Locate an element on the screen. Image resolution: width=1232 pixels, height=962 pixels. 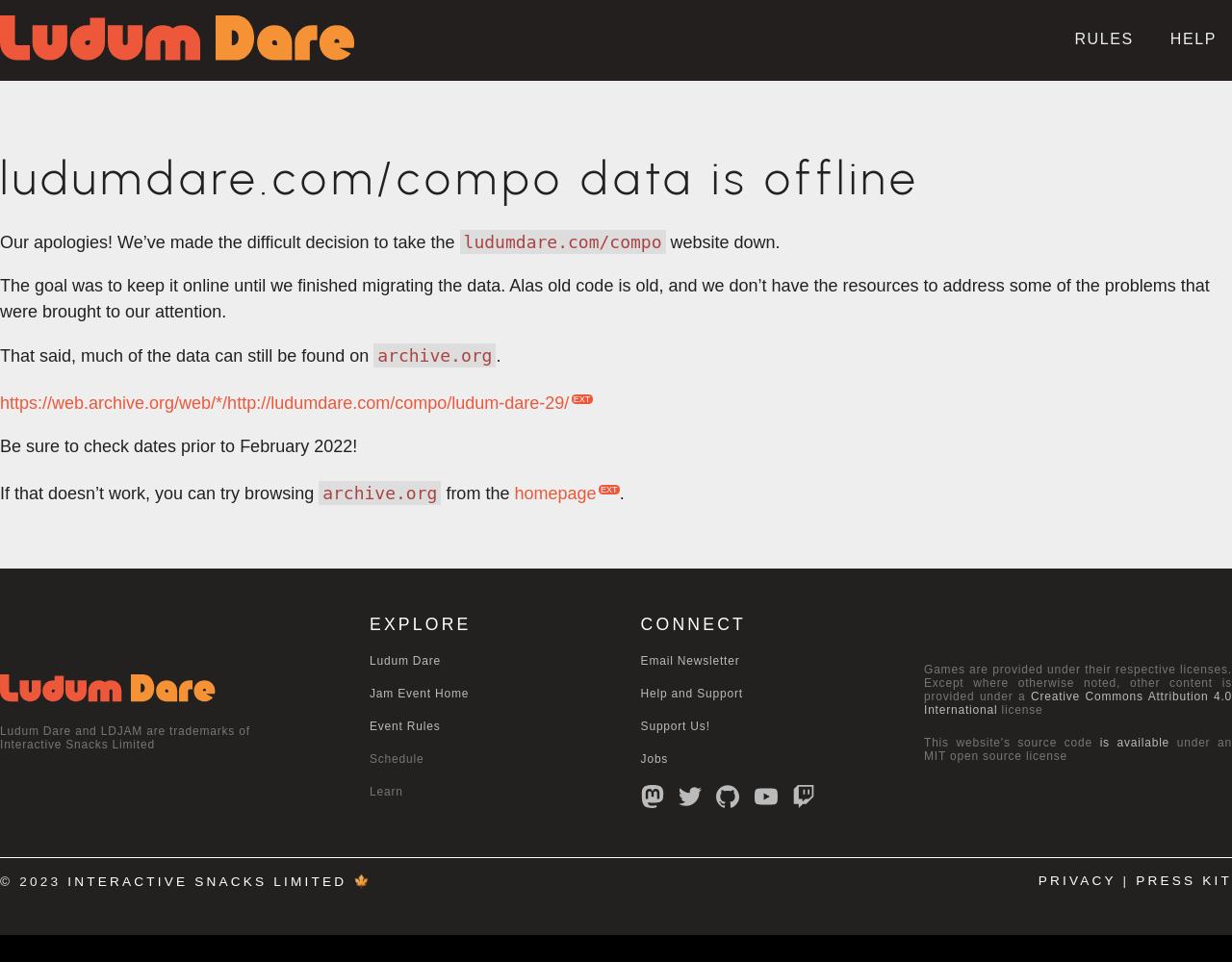
'Our apologies! We’ve made the difficult decision to take the' is located at coordinates (0, 242).